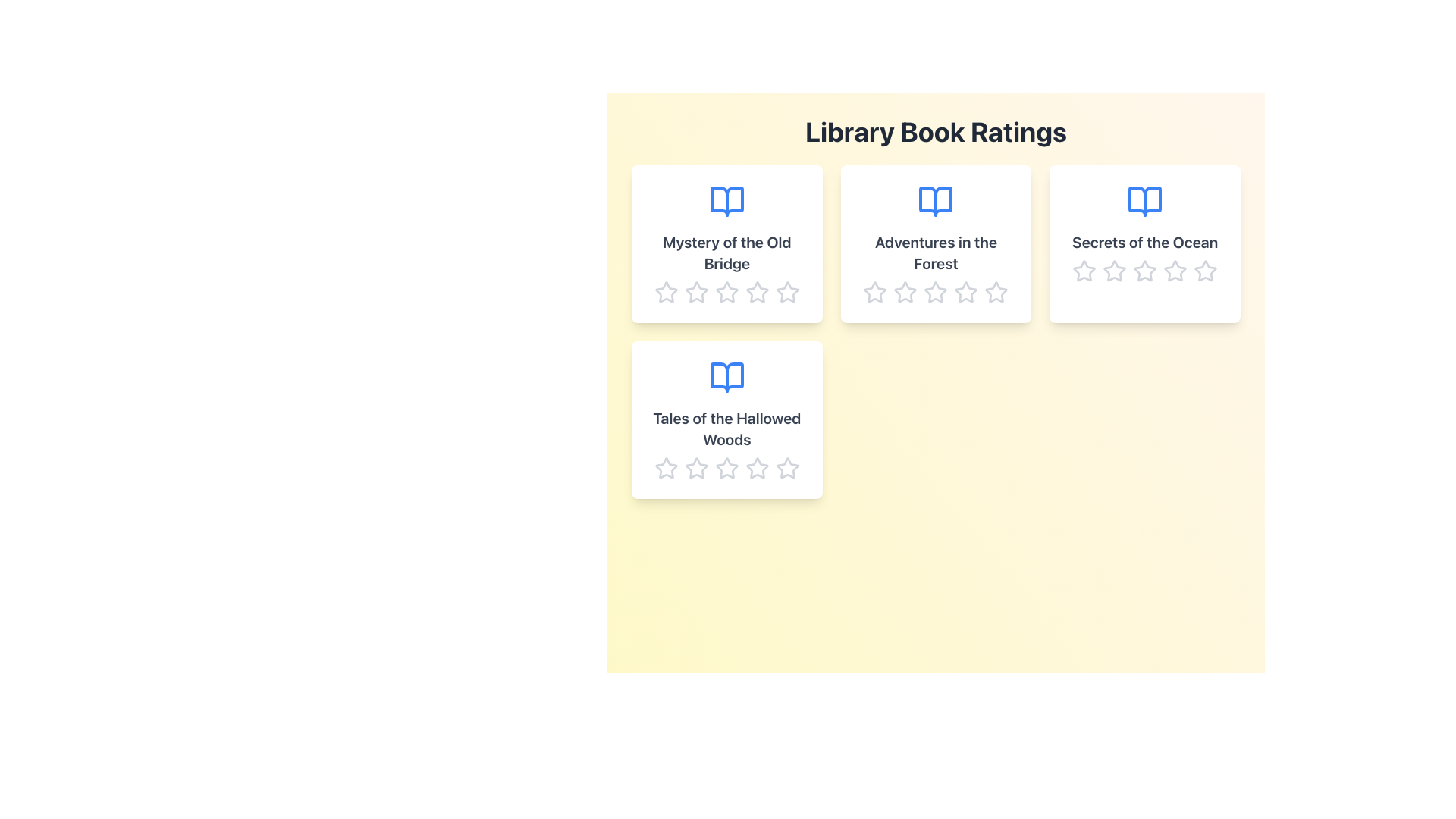 The width and height of the screenshot is (1456, 819). Describe the element at coordinates (726, 467) in the screenshot. I see `the fourth star icon in the star rating component` at that location.